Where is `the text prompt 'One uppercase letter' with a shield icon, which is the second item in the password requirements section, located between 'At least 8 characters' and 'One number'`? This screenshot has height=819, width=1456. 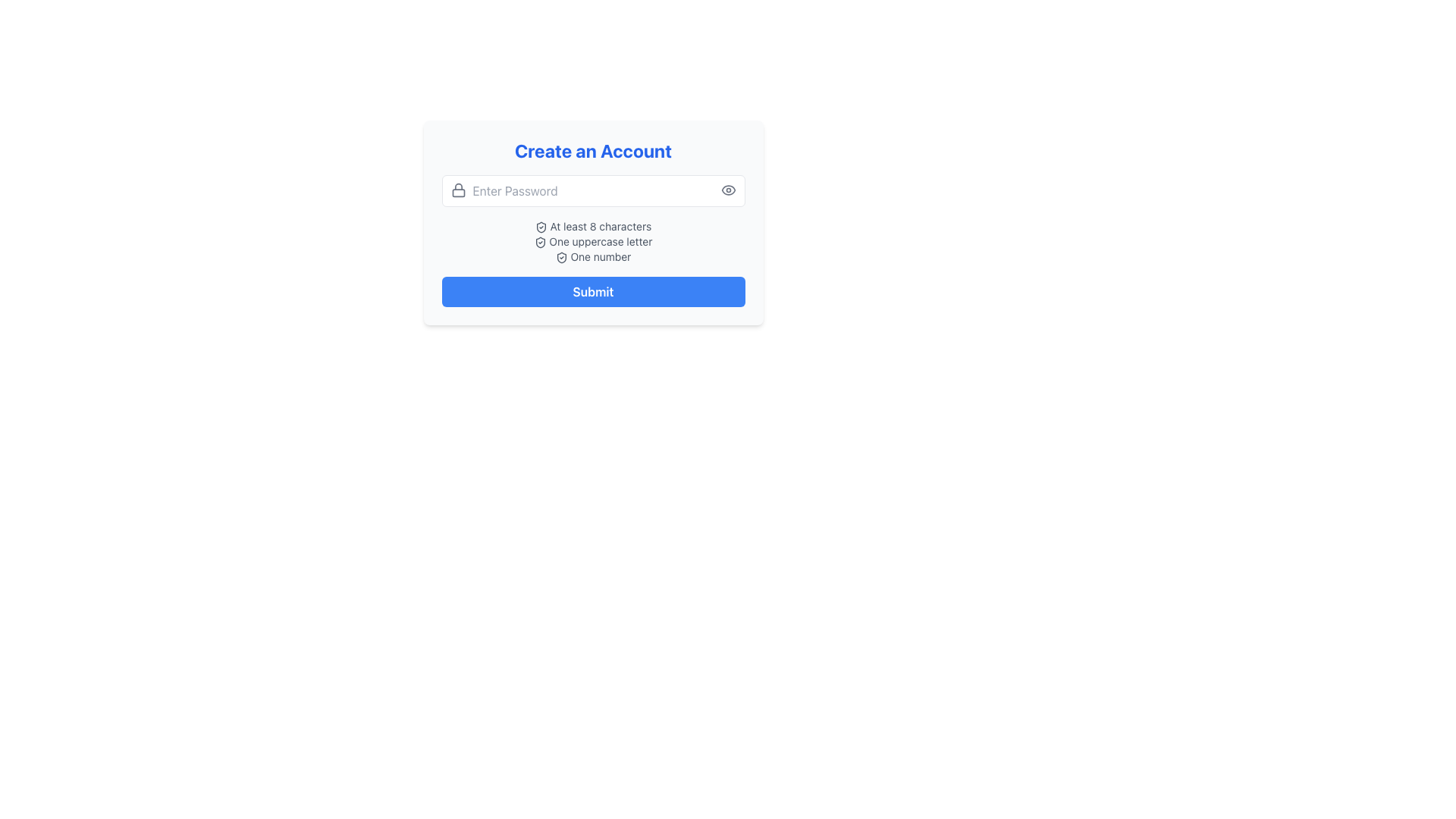
the text prompt 'One uppercase letter' with a shield icon, which is the second item in the password requirements section, located between 'At least 8 characters' and 'One number' is located at coordinates (592, 241).